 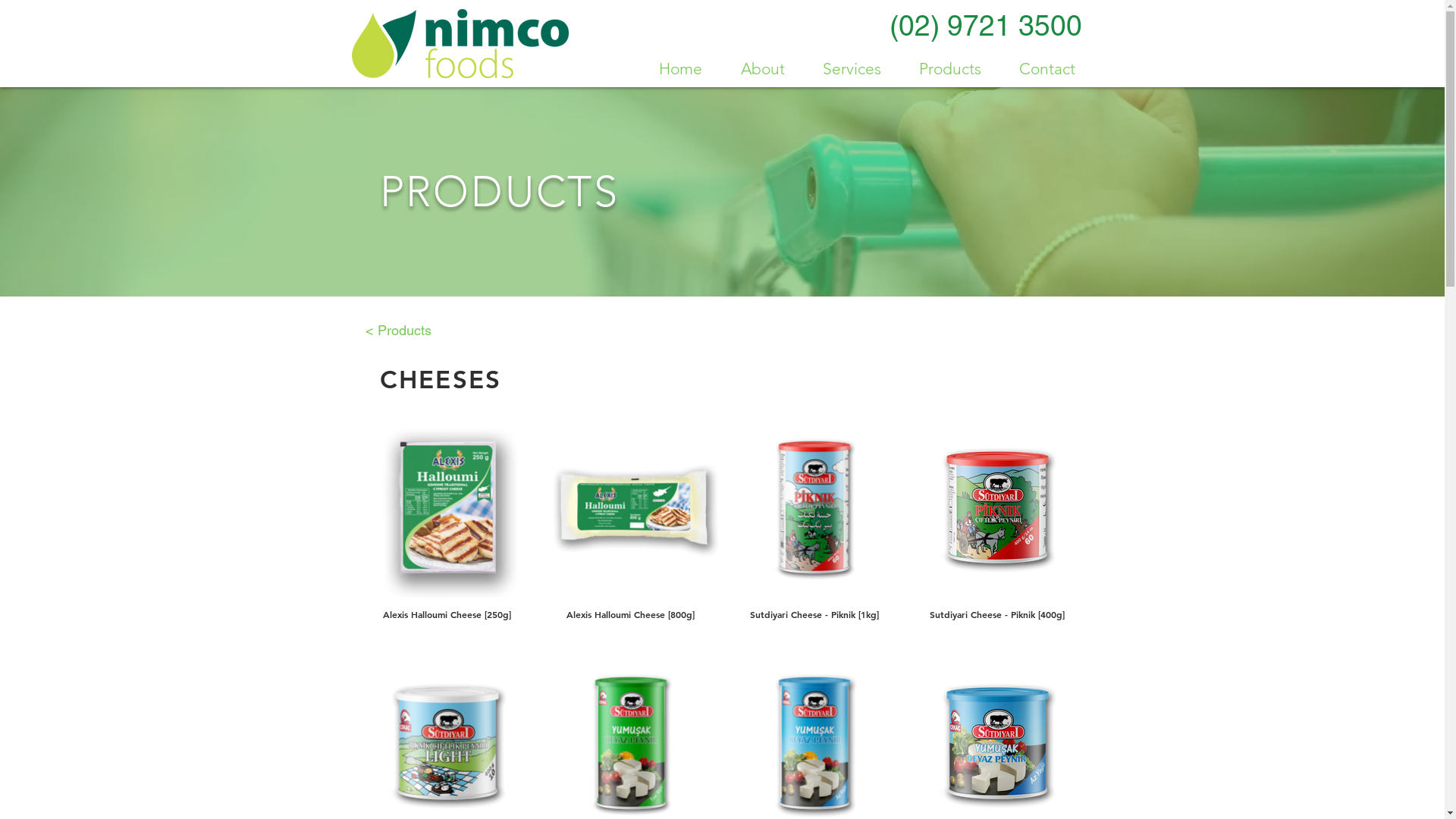 I want to click on '< Products', so click(x=398, y=329).